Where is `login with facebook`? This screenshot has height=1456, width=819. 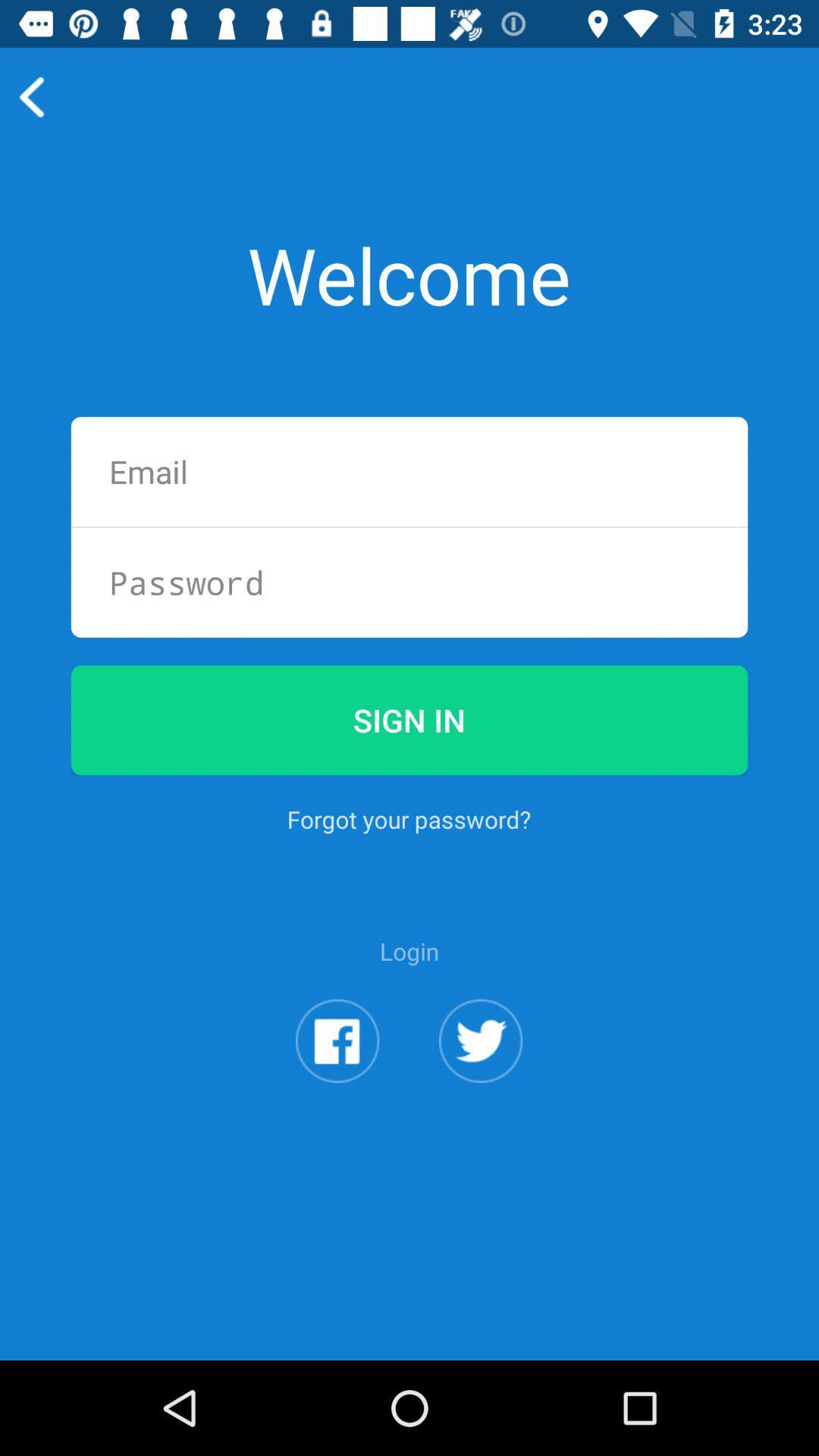 login with facebook is located at coordinates (337, 1040).